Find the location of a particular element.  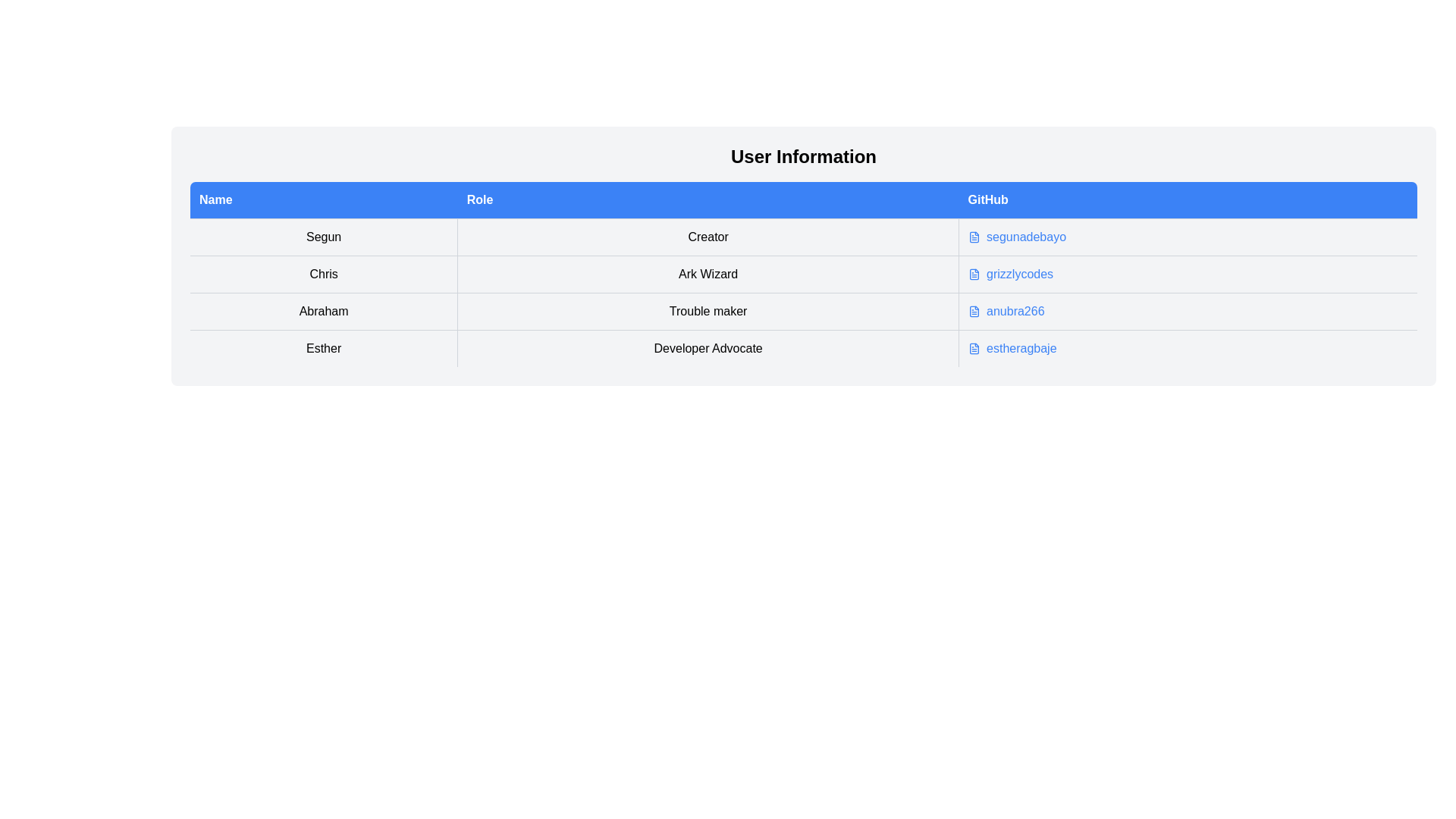

the text label identifying a person or entity located in the second row under the 'Name' header column of the table is located at coordinates (323, 275).